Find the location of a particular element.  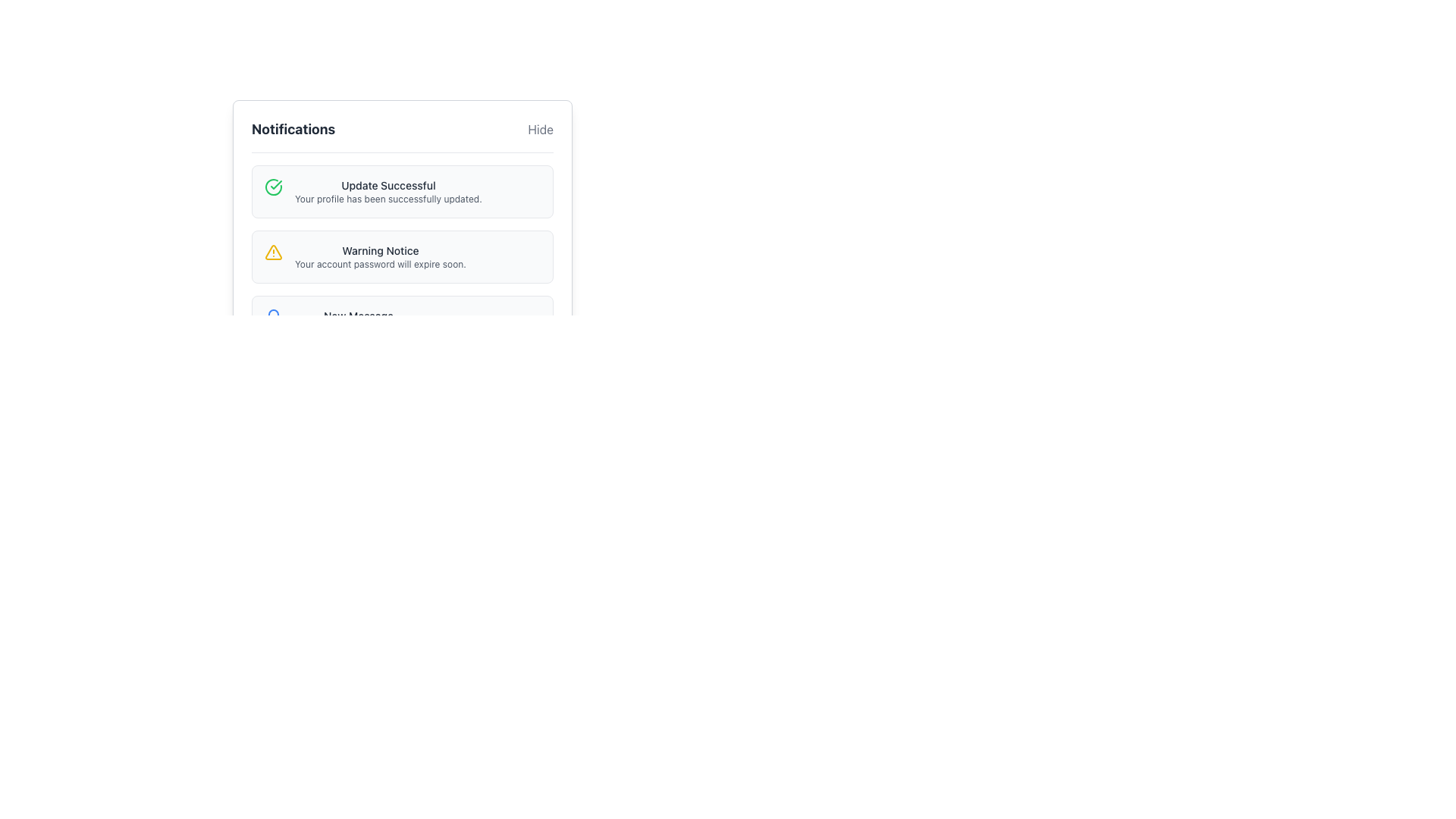

displayed notifications from the Notification list, which serves as a notifications display area for updates, warnings, and alerts is located at coordinates (403, 256).